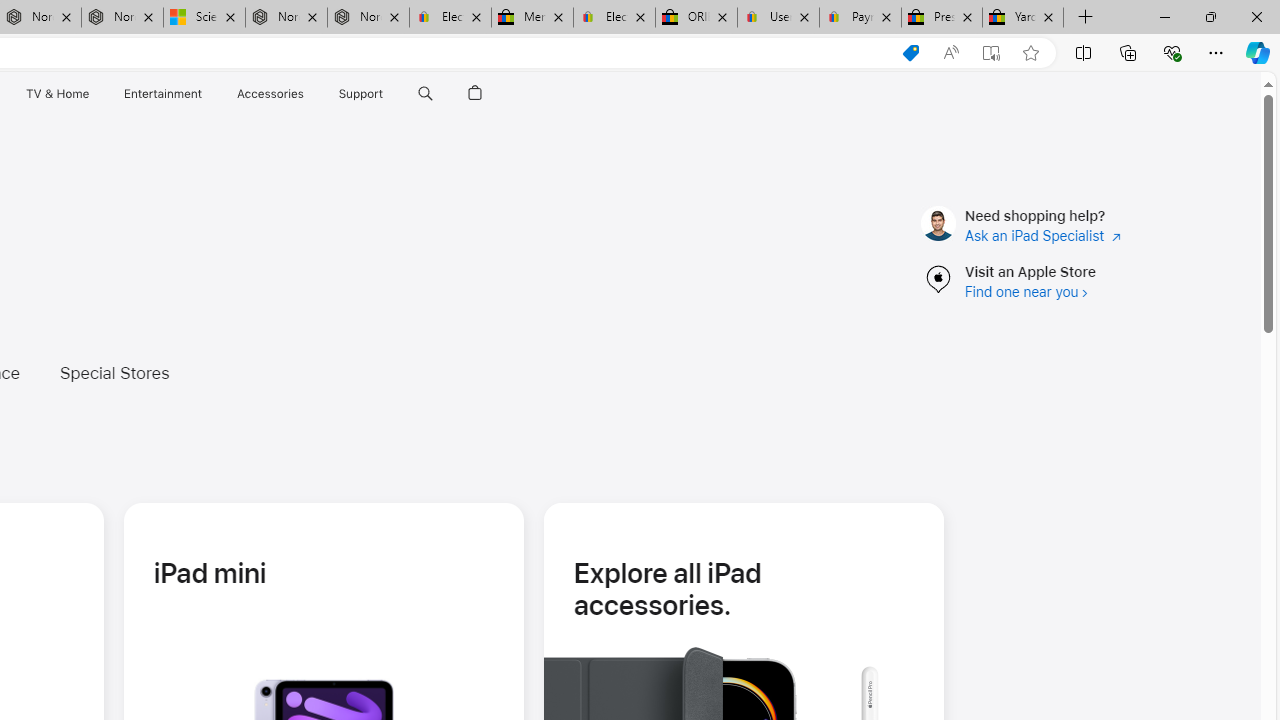 This screenshot has height=720, width=1280. What do you see at coordinates (387, 93) in the screenshot?
I see `'Class: globalnav-submenu-trigger-item'` at bounding box center [387, 93].